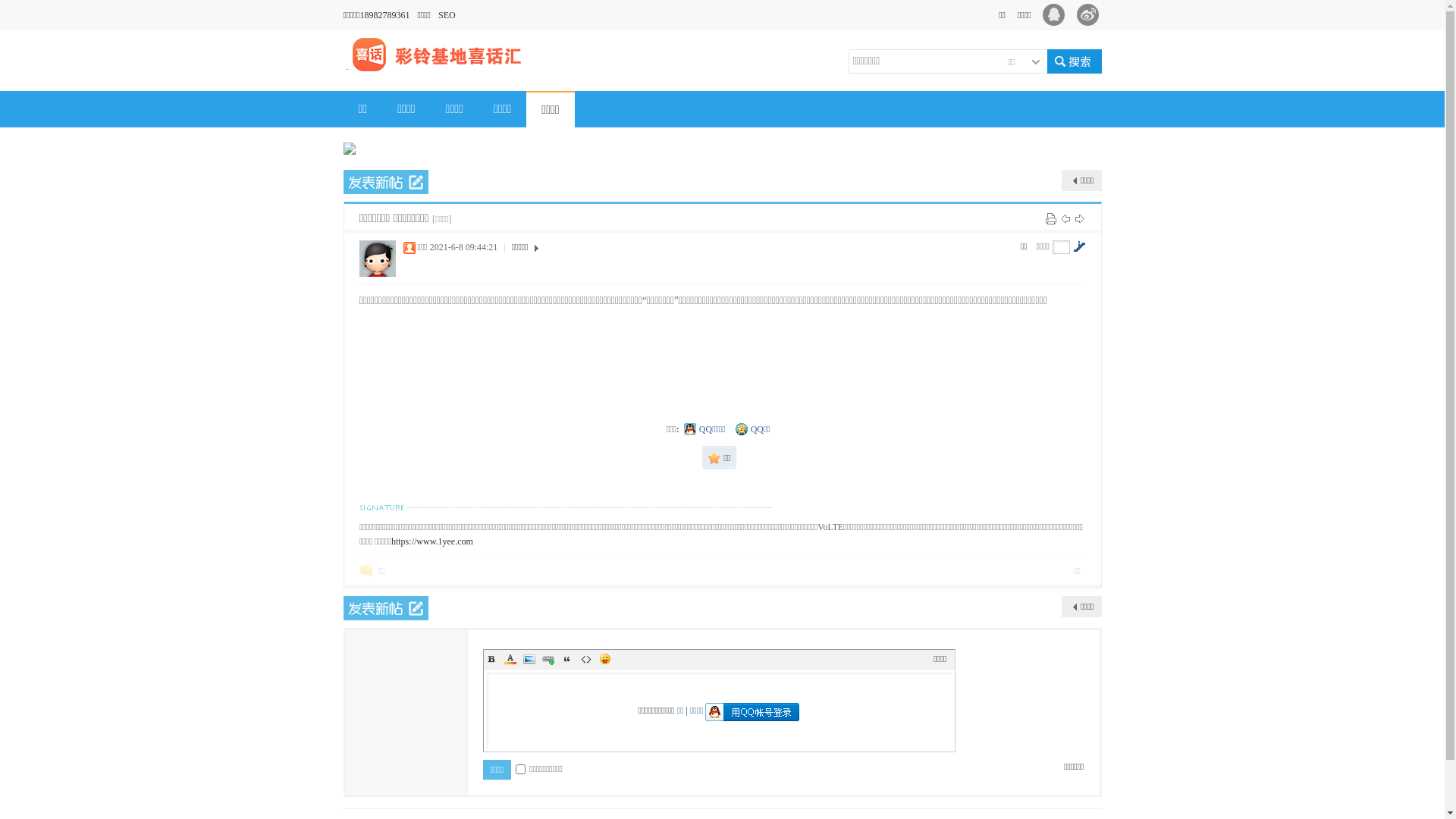  Describe the element at coordinates (391, 540) in the screenshot. I see `'https://www.1yee.com'` at that location.